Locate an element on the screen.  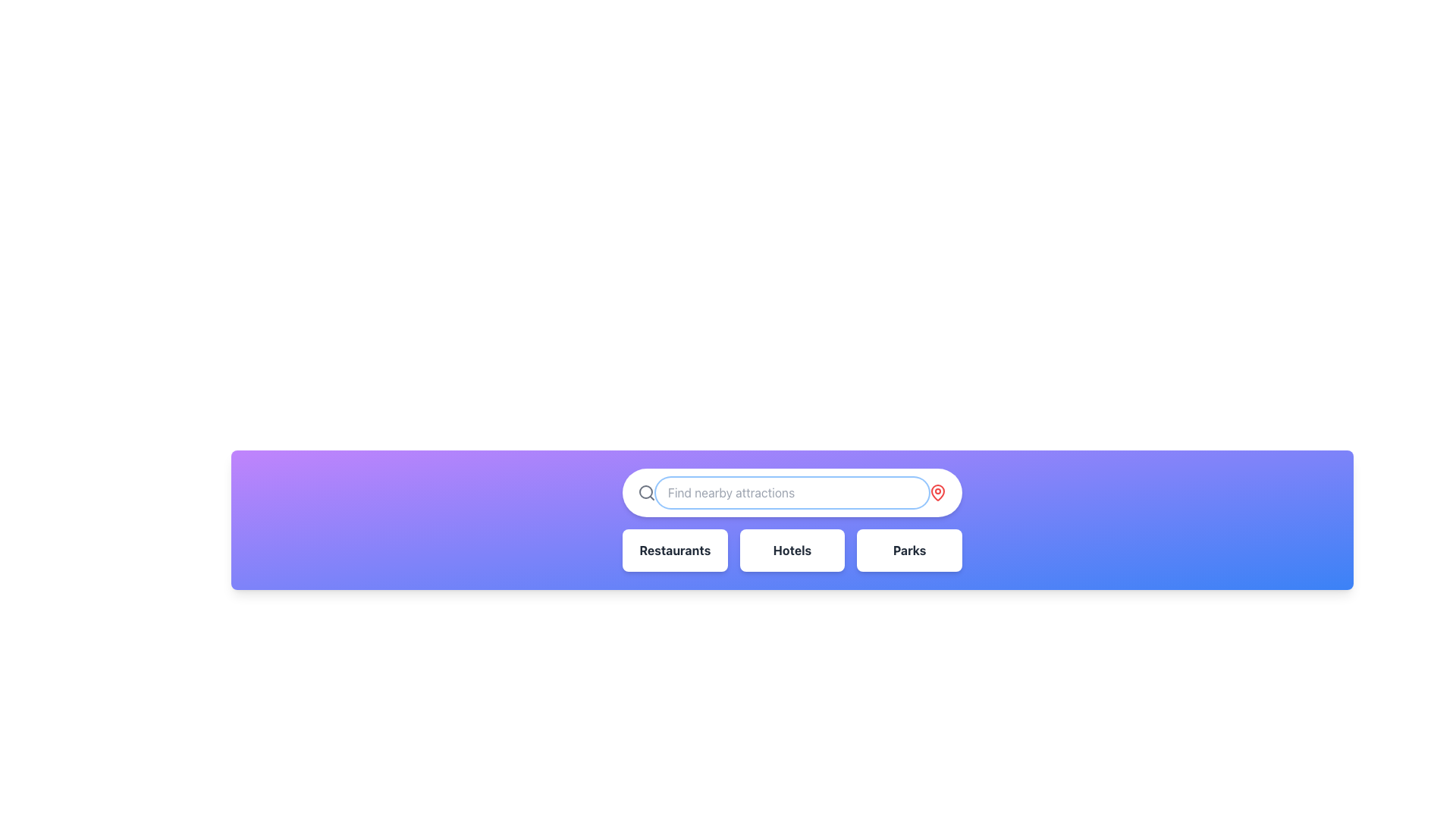
the oval-shaped search bar with placeholder text 'Find nearby attractions' to focus and type is located at coordinates (792, 493).